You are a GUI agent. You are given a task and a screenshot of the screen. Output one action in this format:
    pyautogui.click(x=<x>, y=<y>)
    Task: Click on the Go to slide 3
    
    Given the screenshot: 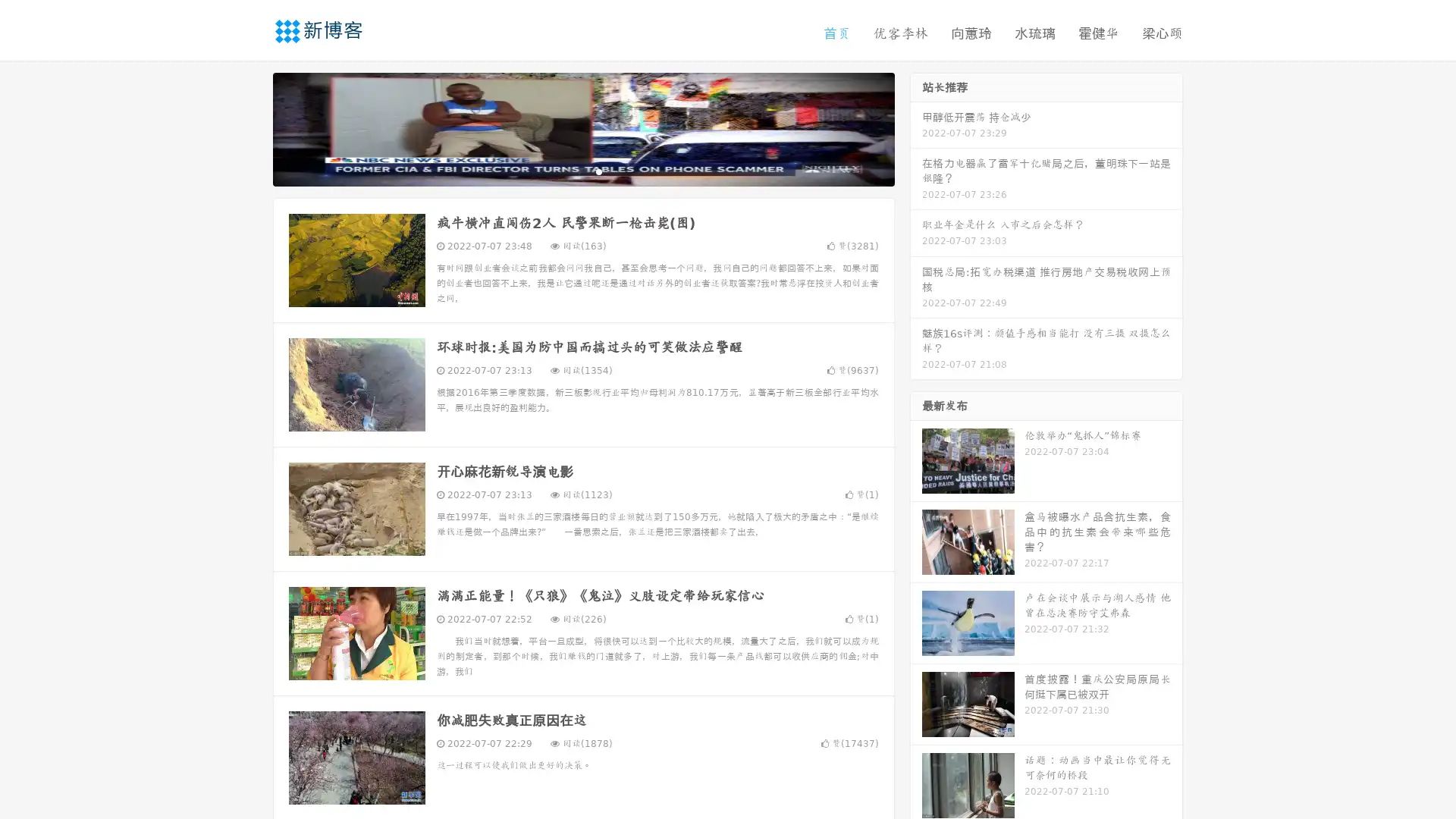 What is the action you would take?
    pyautogui.click(x=598, y=171)
    